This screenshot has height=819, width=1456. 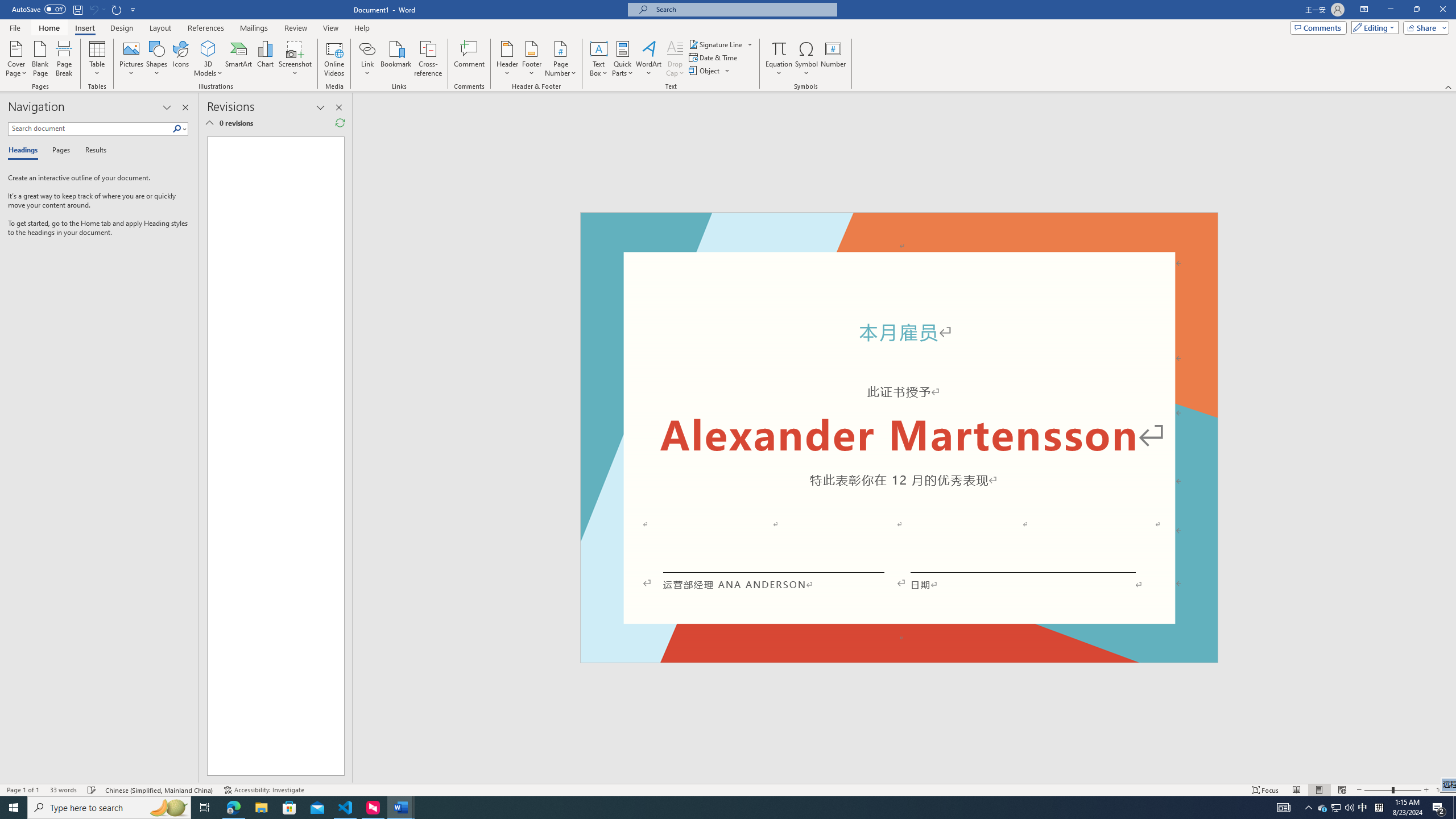 What do you see at coordinates (238, 59) in the screenshot?
I see `'SmartArt...'` at bounding box center [238, 59].